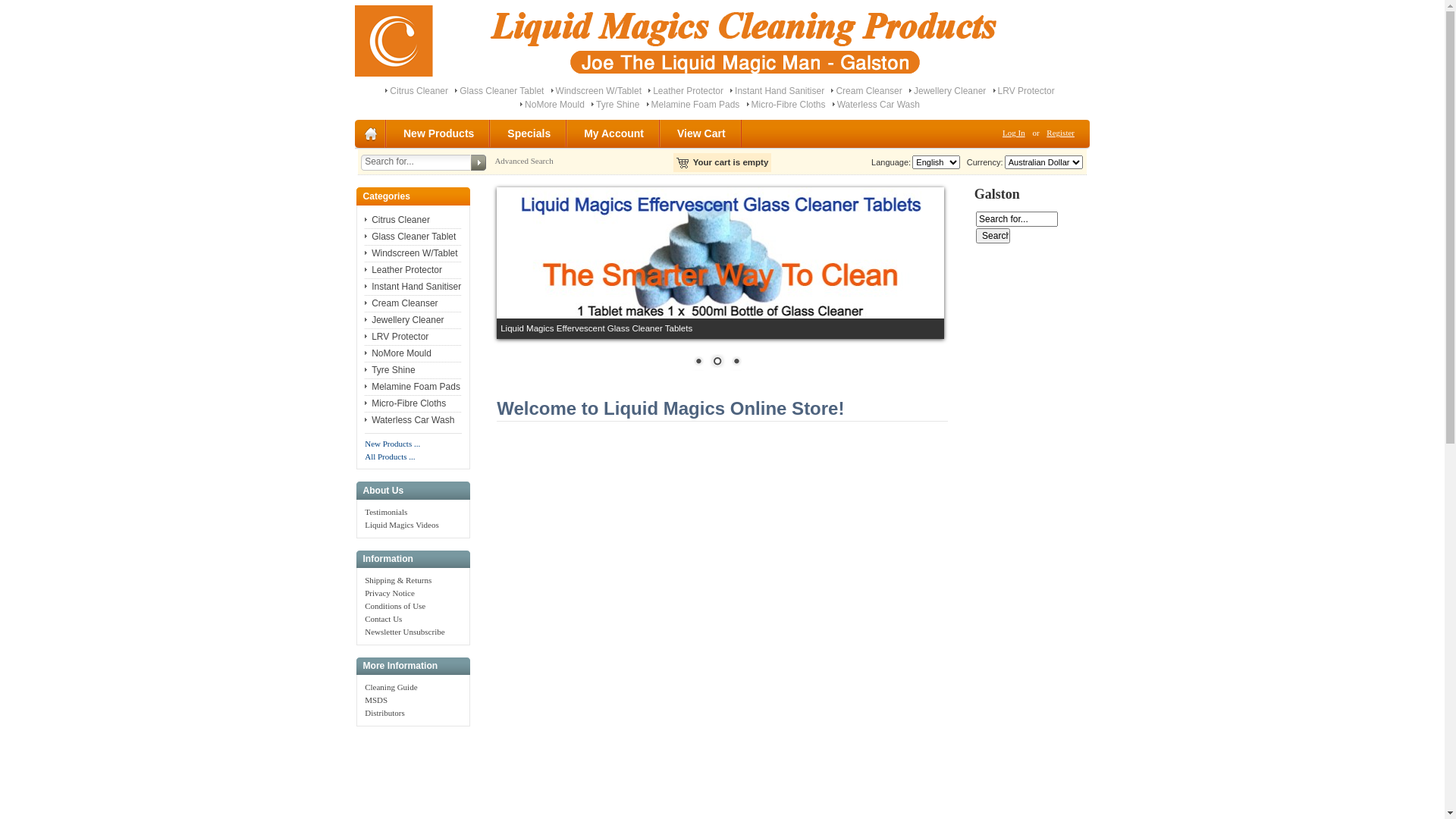  Describe the element at coordinates (648, 90) in the screenshot. I see `'Leather Protector'` at that location.